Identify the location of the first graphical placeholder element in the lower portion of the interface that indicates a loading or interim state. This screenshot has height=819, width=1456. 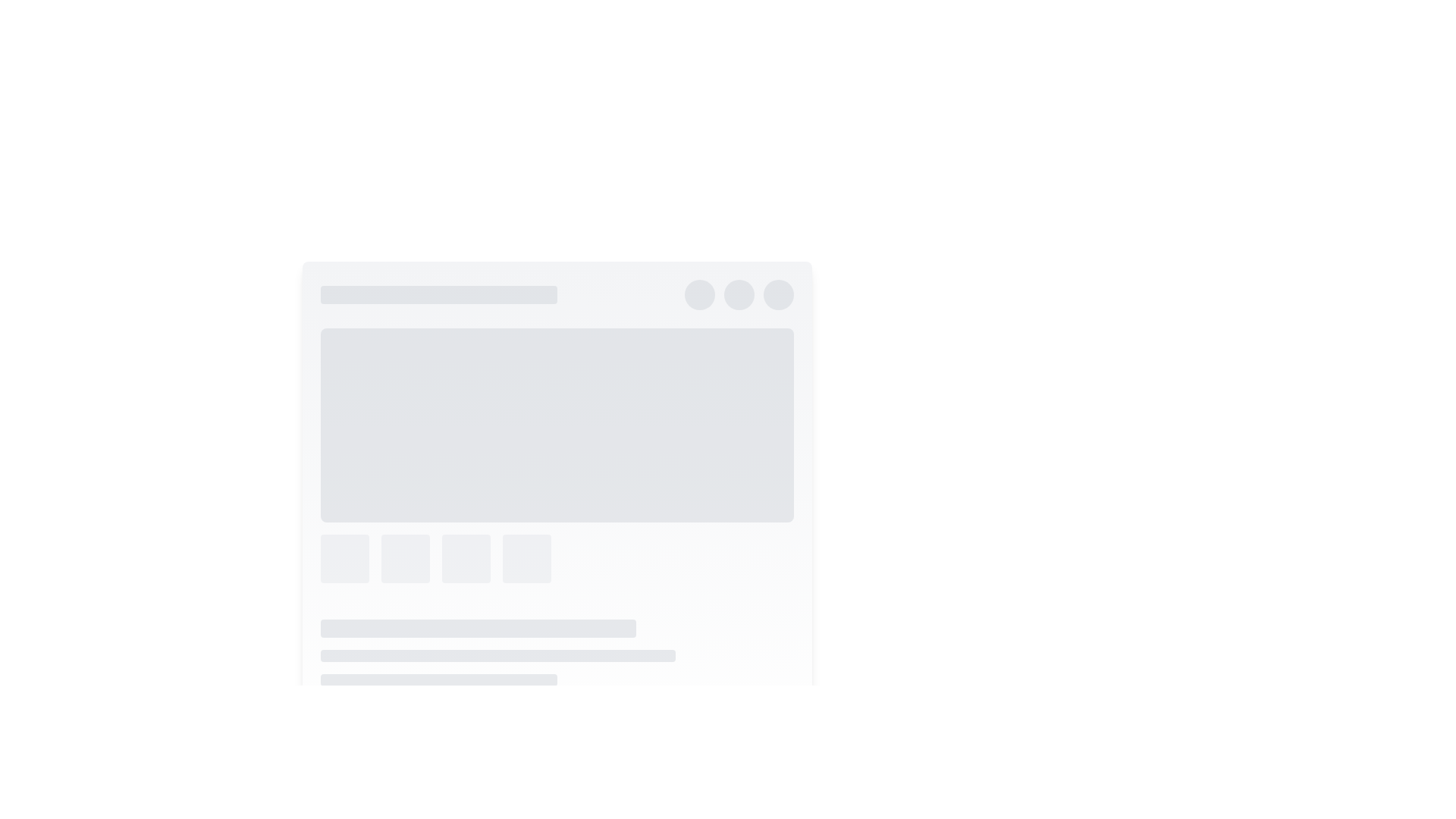
(344, 558).